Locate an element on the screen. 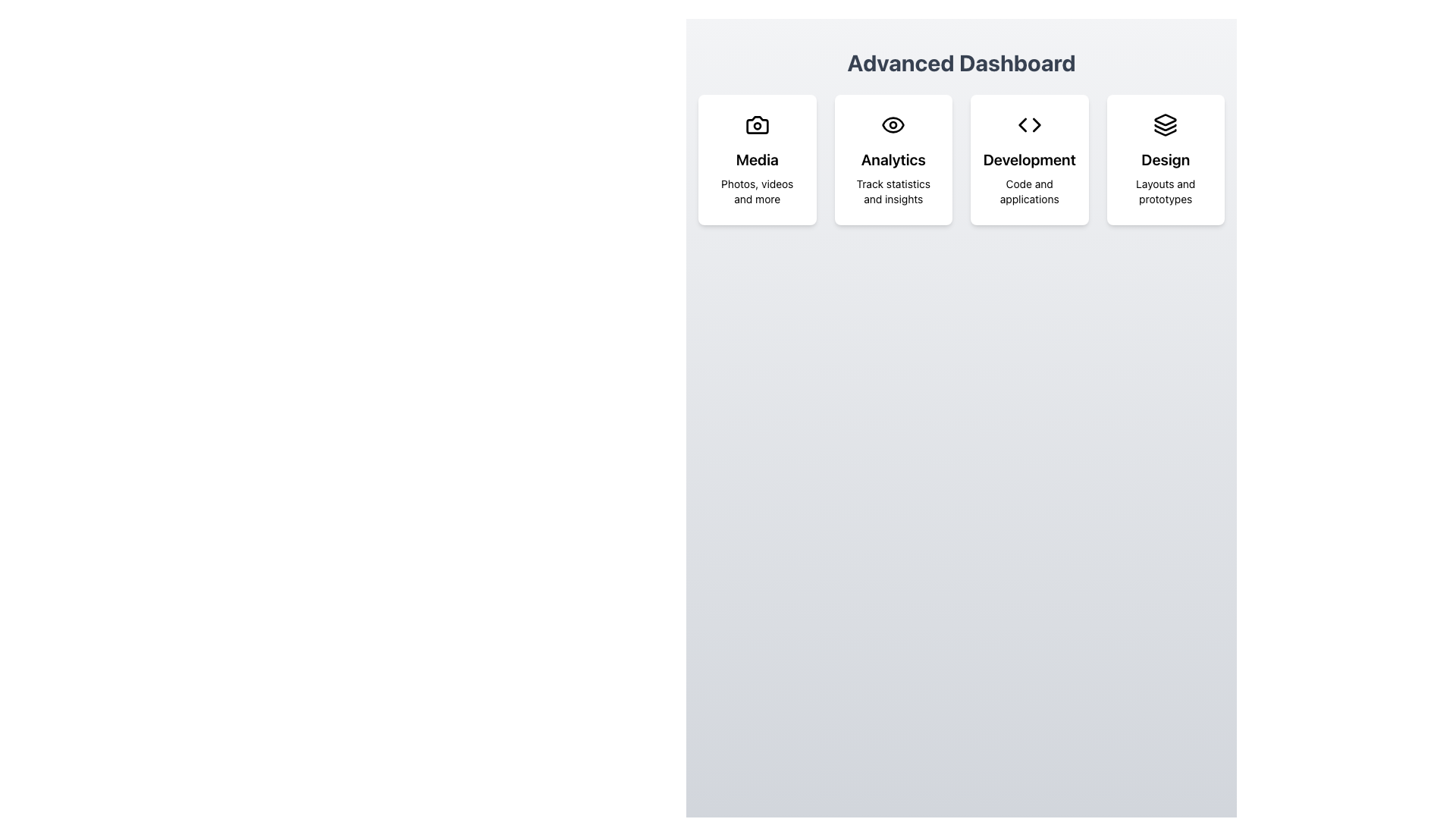  the 'Analytics' icon located at the upper part of the card labeled 'Analytics', which is the second card from the left in a row of four cards is located at coordinates (893, 124).